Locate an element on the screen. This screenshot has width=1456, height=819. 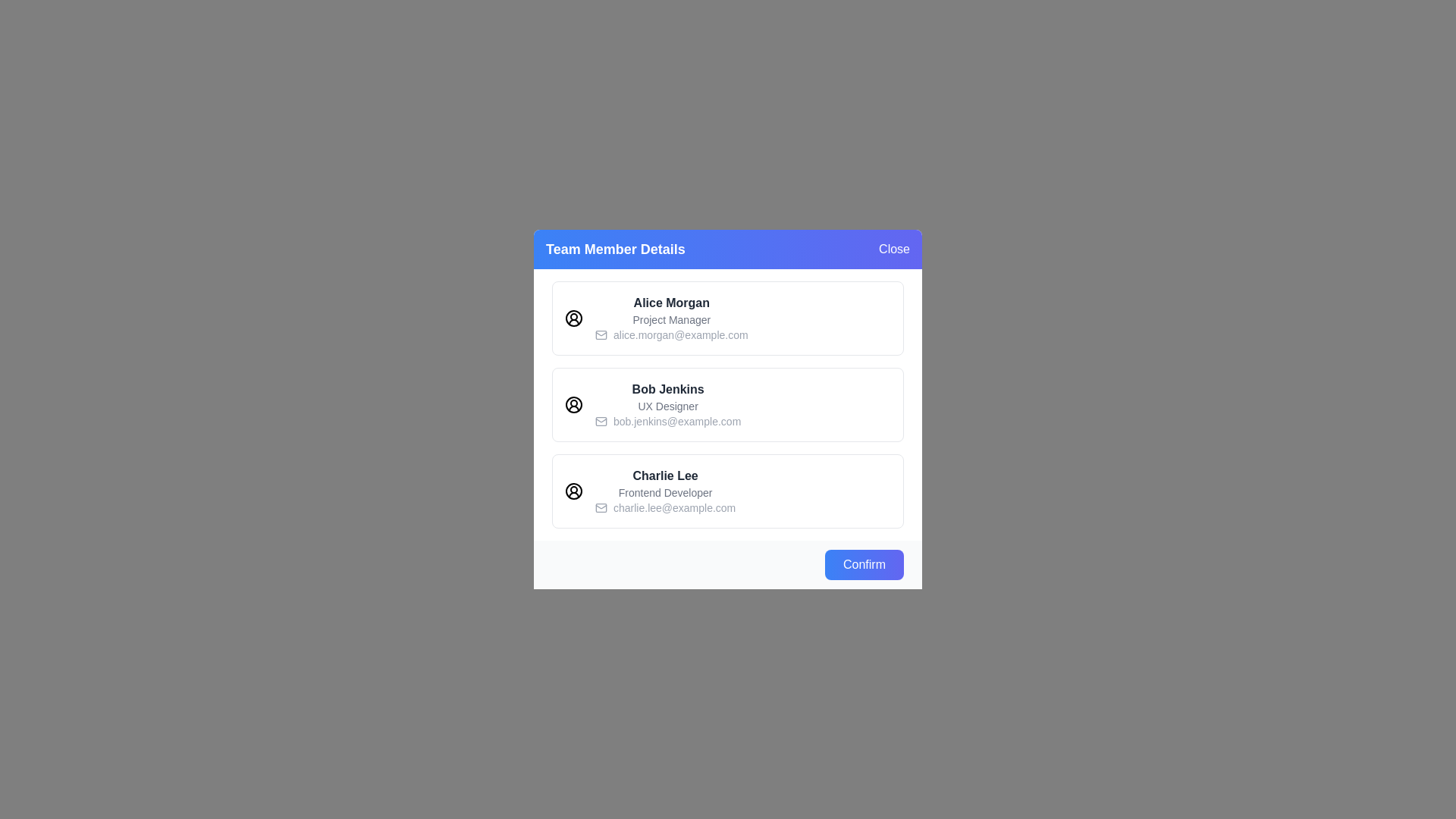
the envelope icon located to the left of the email address 'alice.morgan@example.com' within the 'Team Member Details' modal is located at coordinates (600, 334).